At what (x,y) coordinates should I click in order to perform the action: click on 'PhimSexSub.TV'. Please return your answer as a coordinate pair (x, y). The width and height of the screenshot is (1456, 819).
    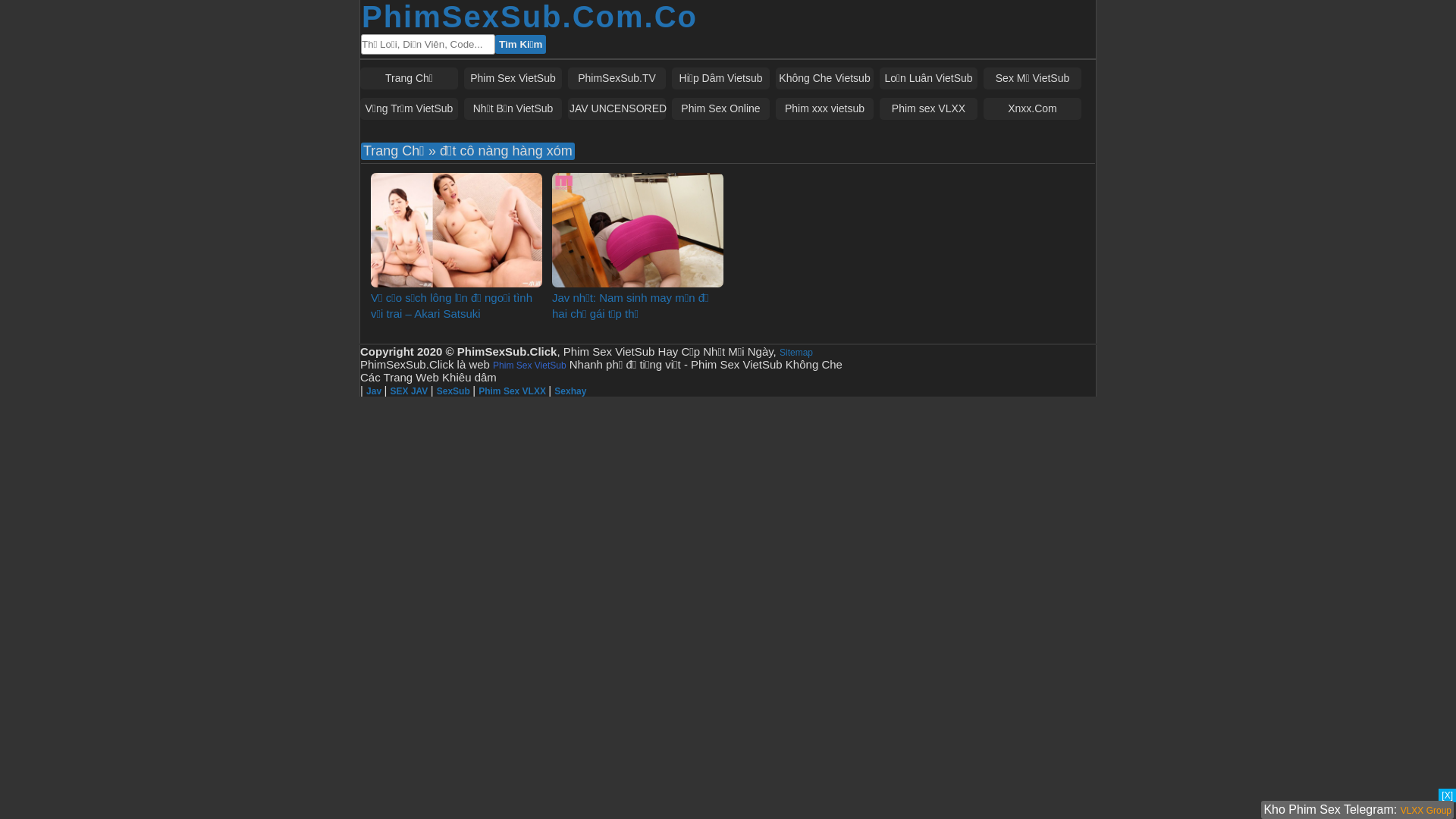
    Looking at the image, I should click on (617, 78).